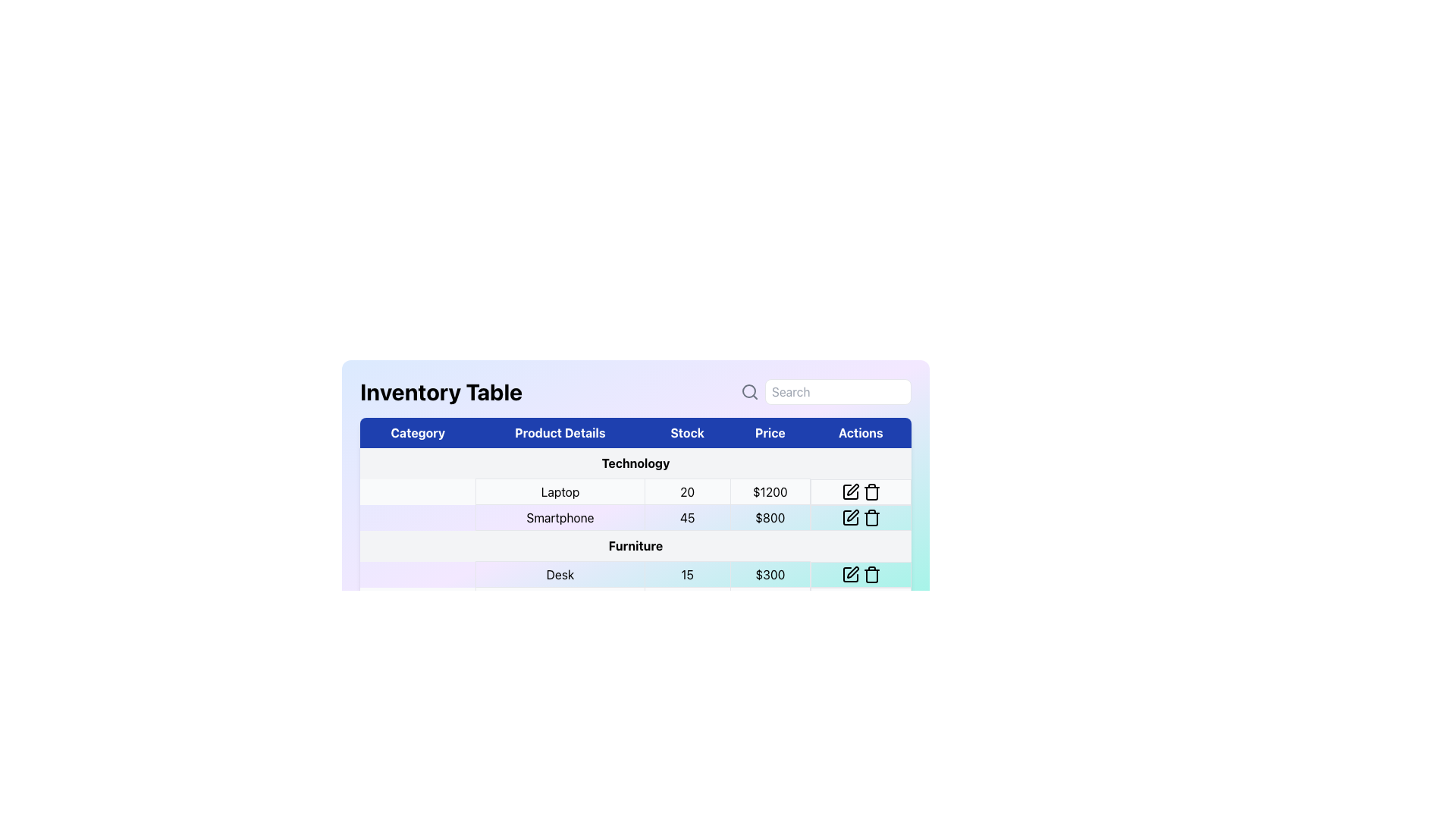  What do you see at coordinates (686, 516) in the screenshot?
I see `the static text element displaying the number '45' located in the third column labeled 'Stock' of the table, positioned between 'Smartphone' and '$800'` at bounding box center [686, 516].